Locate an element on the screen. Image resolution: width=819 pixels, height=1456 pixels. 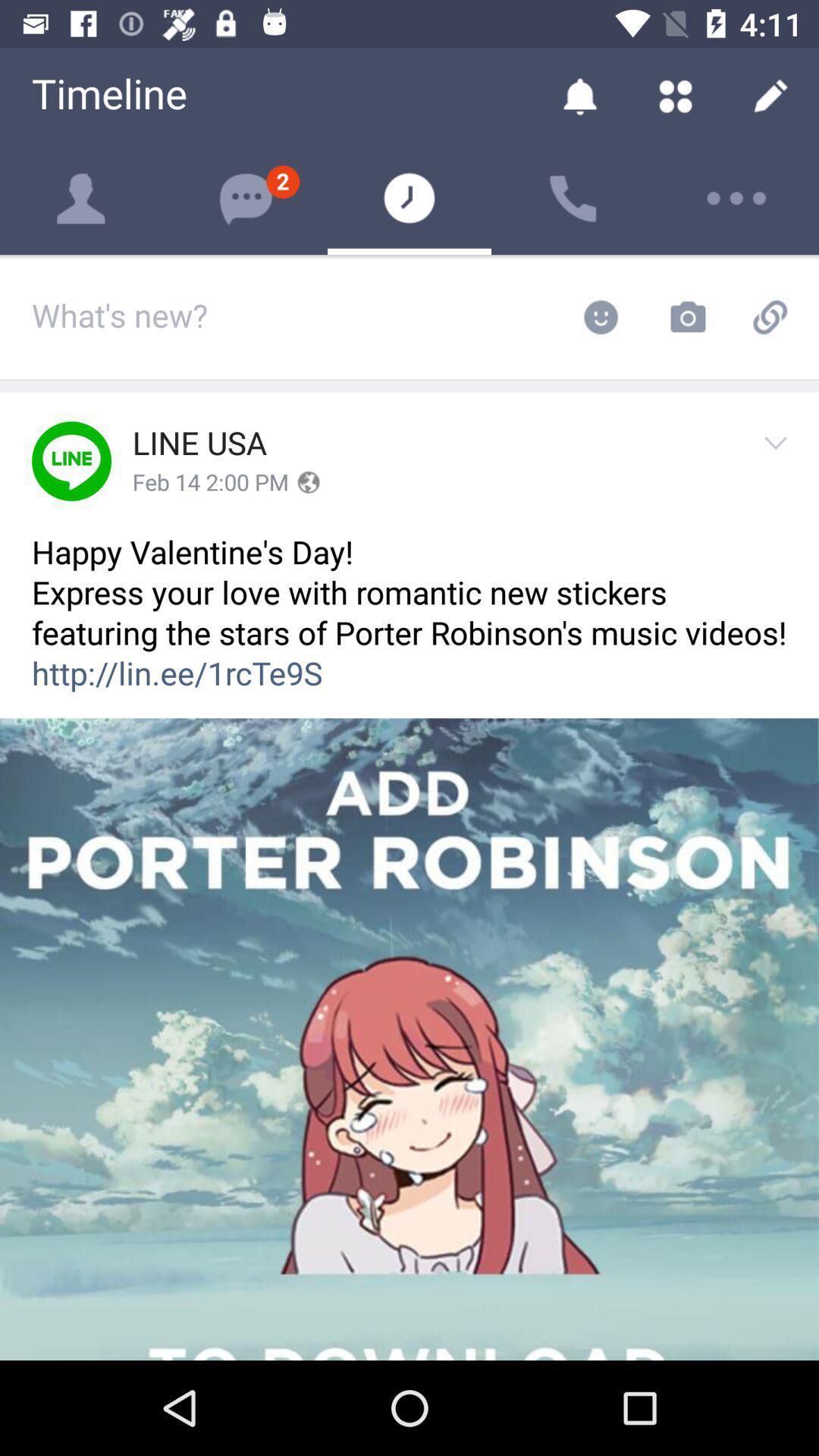
the avatar icon is located at coordinates (82, 198).